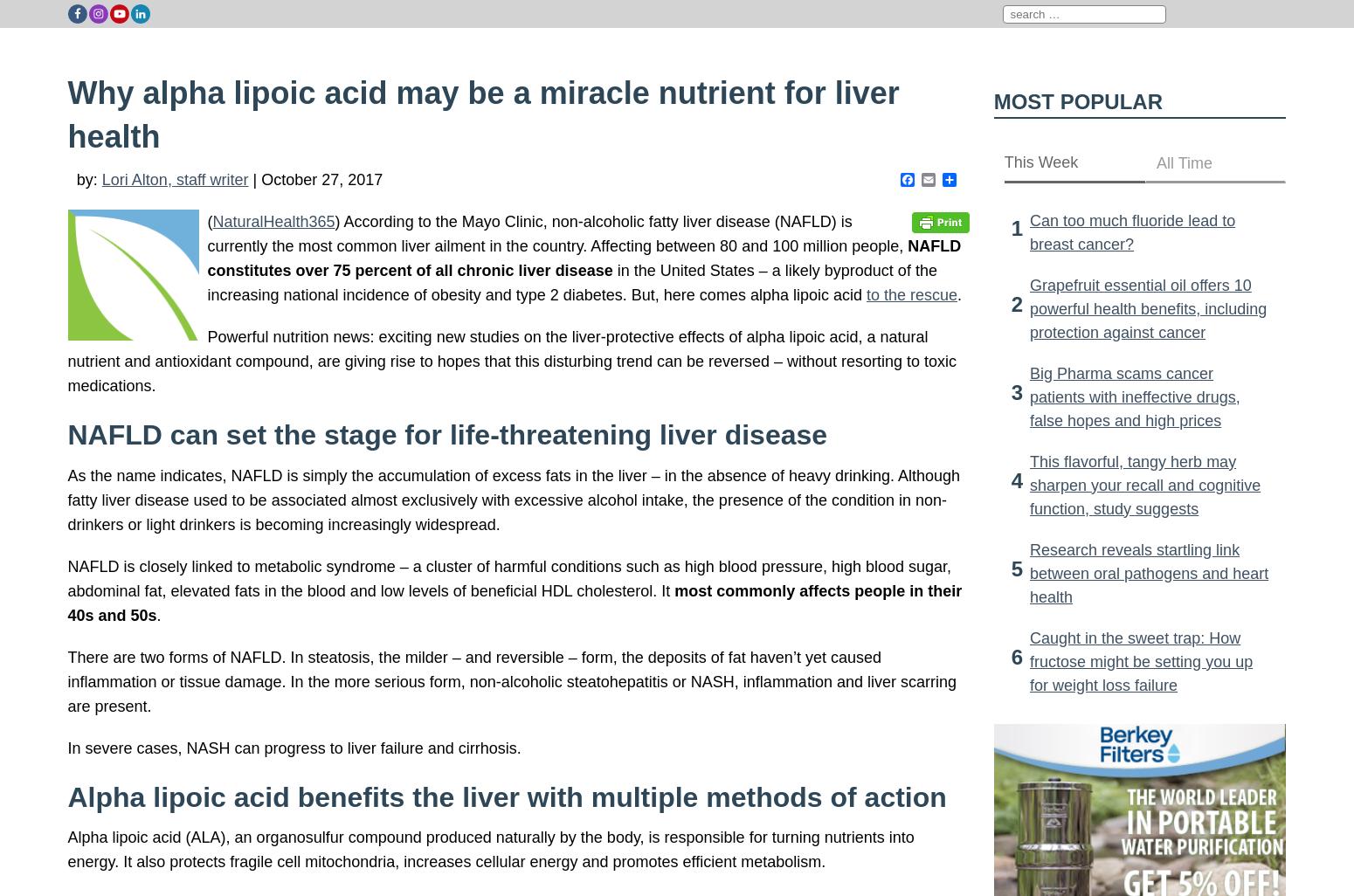 This screenshot has height=896, width=1354. I want to click on 'News', so click(974, 43).